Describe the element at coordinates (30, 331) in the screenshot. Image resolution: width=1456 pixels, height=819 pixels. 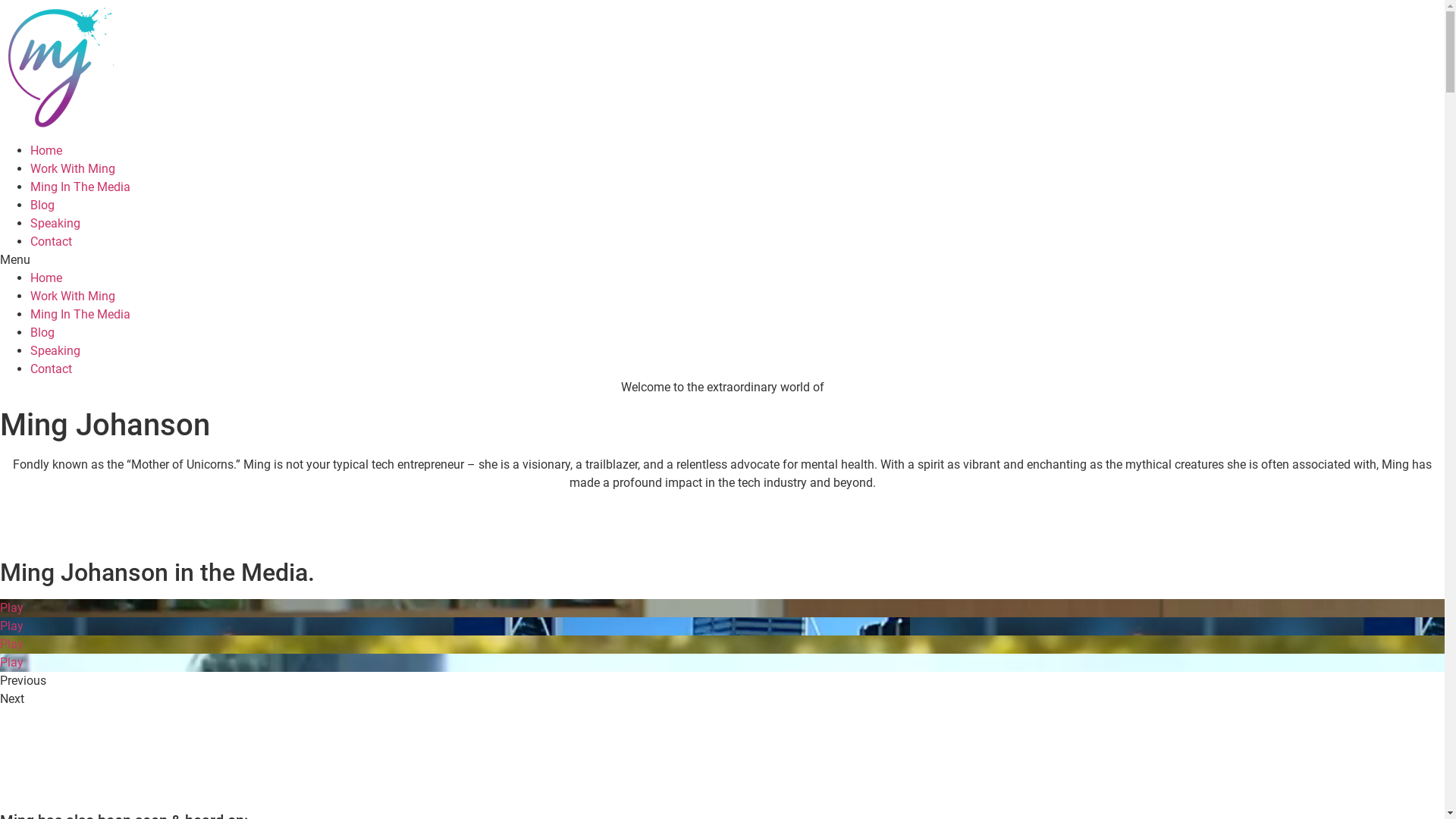
I see `'Blog'` at that location.